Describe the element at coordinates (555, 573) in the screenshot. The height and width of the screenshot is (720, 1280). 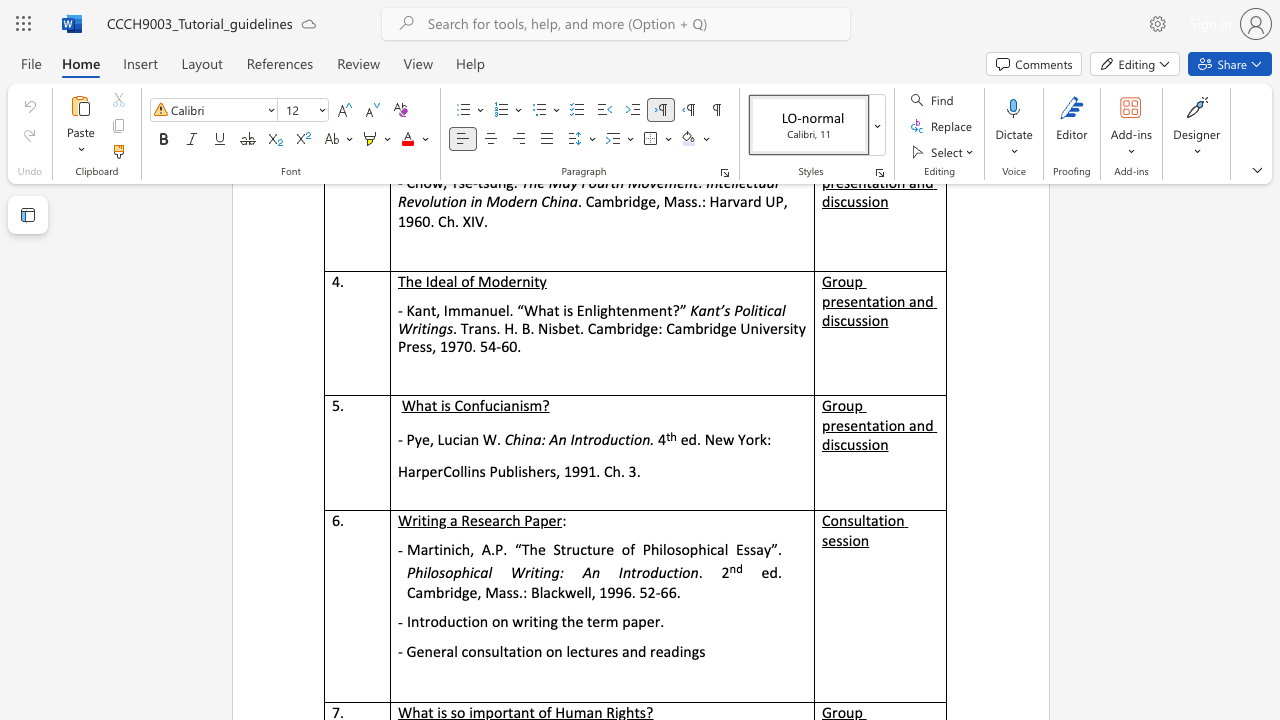
I see `the 1th character "a" in the text` at that location.